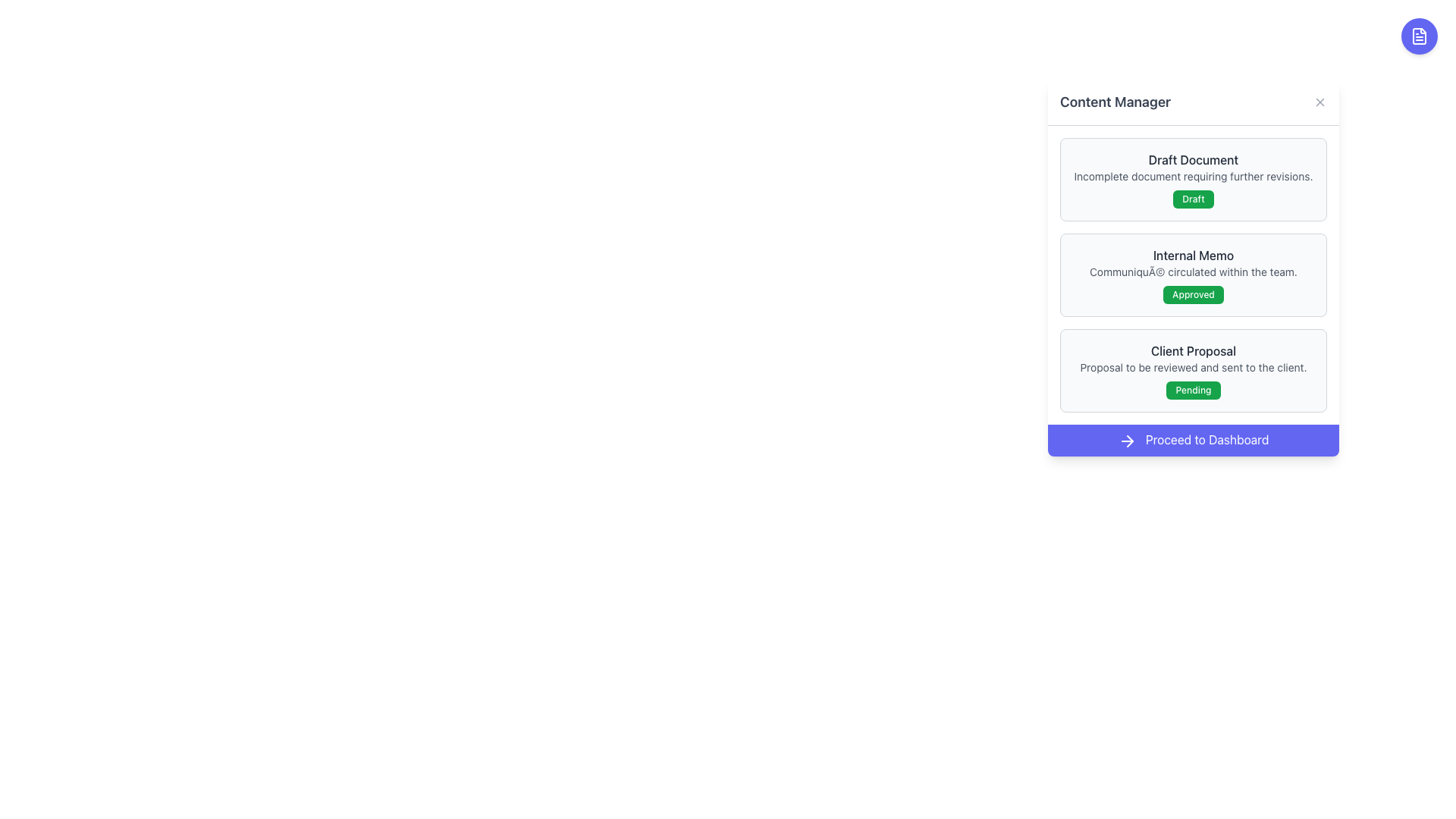 This screenshot has height=819, width=1456. What do you see at coordinates (1193, 160) in the screenshot?
I see `the static text displaying the title 'Draft Document' located at the top of the first content card in the panel` at bounding box center [1193, 160].